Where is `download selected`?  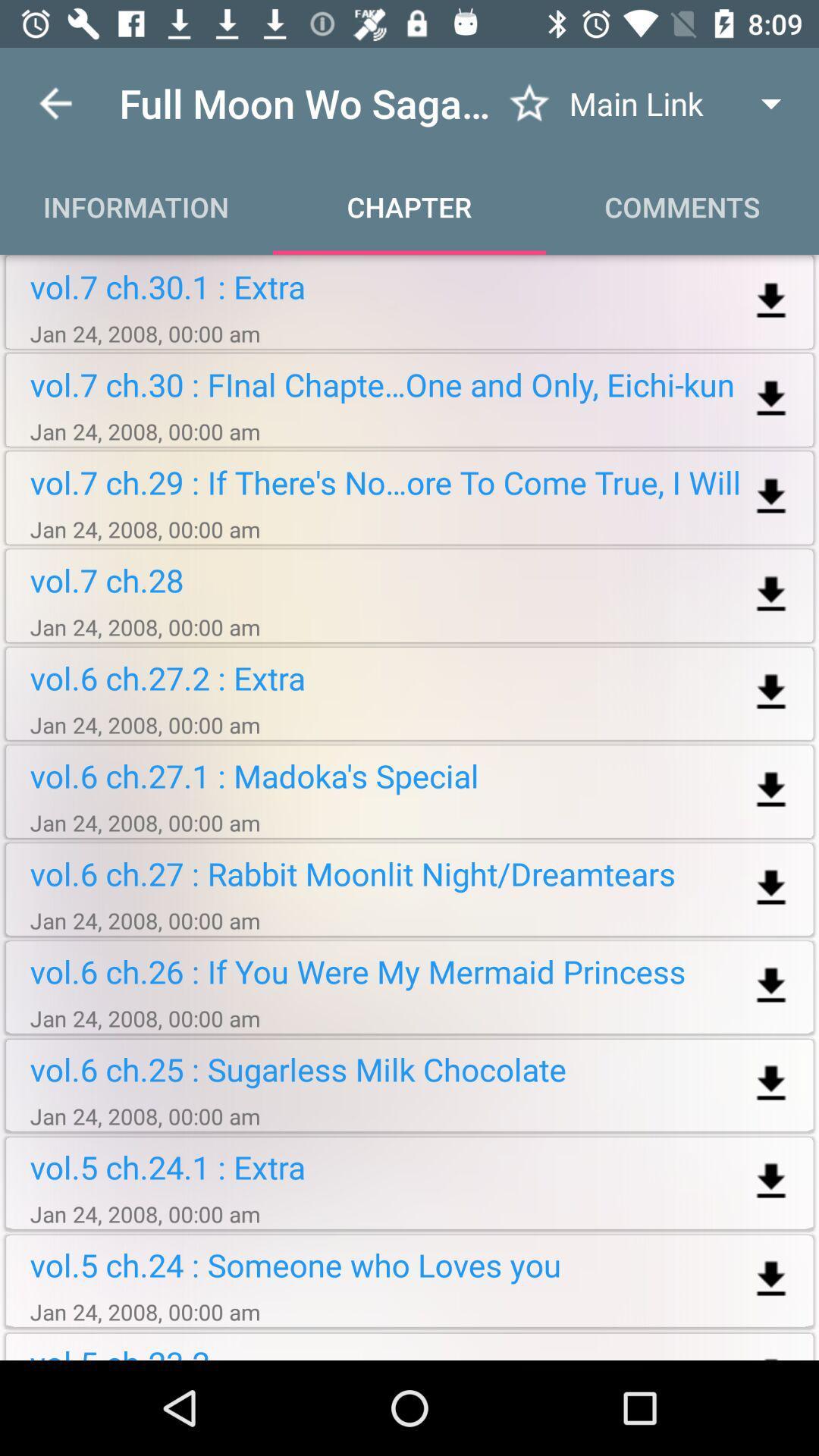 download selected is located at coordinates (771, 497).